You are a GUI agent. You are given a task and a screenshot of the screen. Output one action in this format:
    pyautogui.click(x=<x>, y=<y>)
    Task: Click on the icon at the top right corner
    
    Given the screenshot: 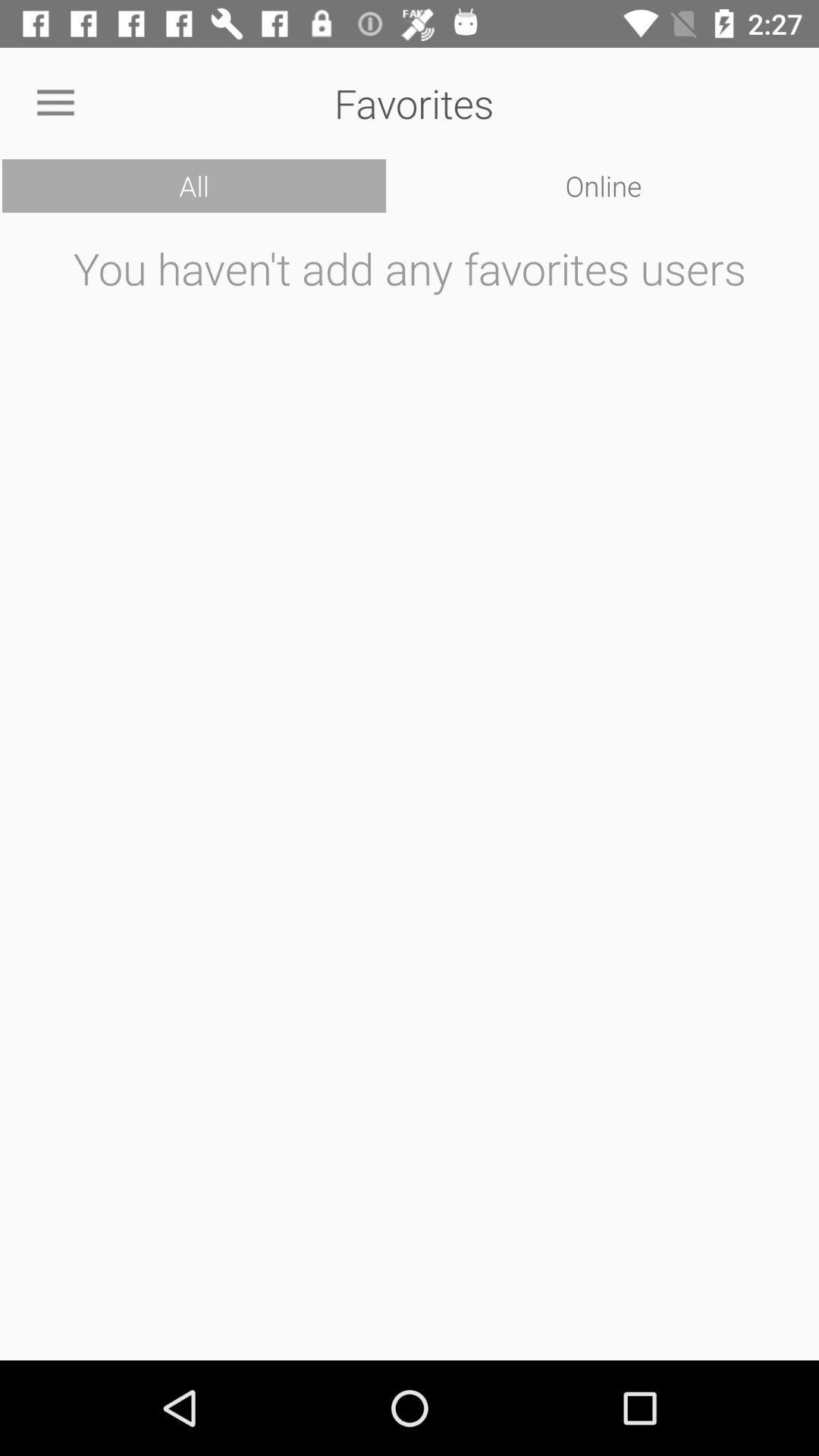 What is the action you would take?
    pyautogui.click(x=603, y=185)
    